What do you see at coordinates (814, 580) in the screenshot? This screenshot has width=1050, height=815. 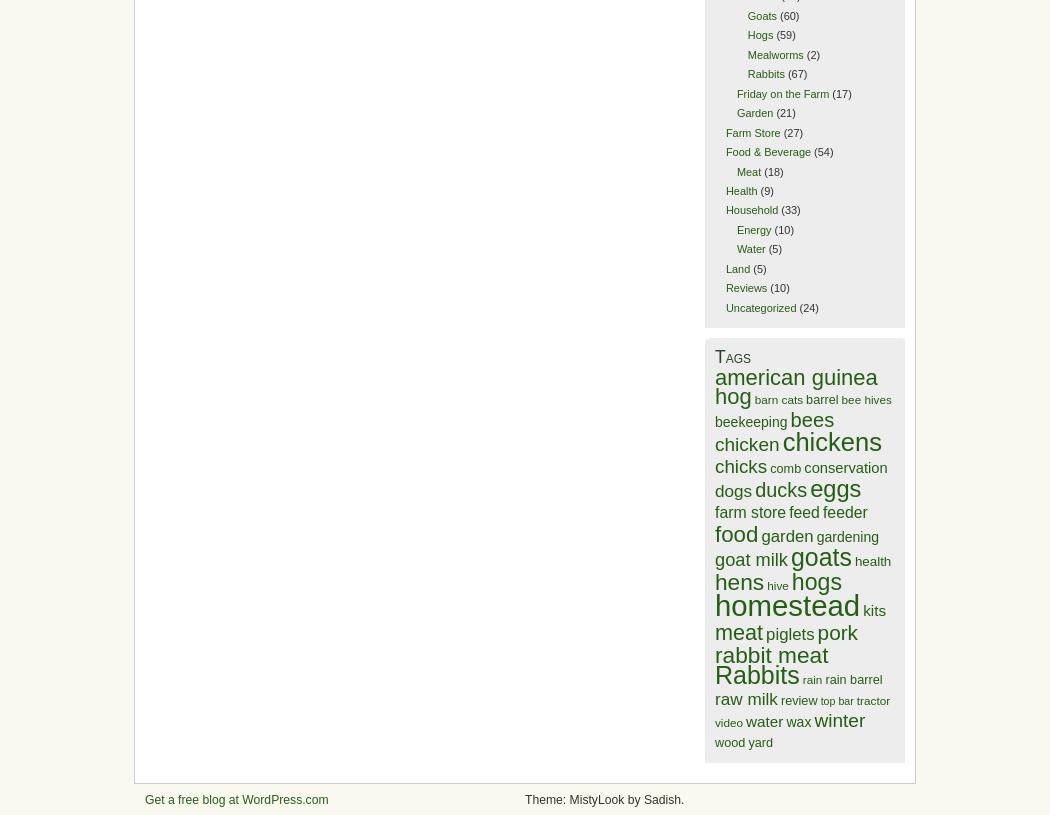 I see `'hogs'` at bounding box center [814, 580].